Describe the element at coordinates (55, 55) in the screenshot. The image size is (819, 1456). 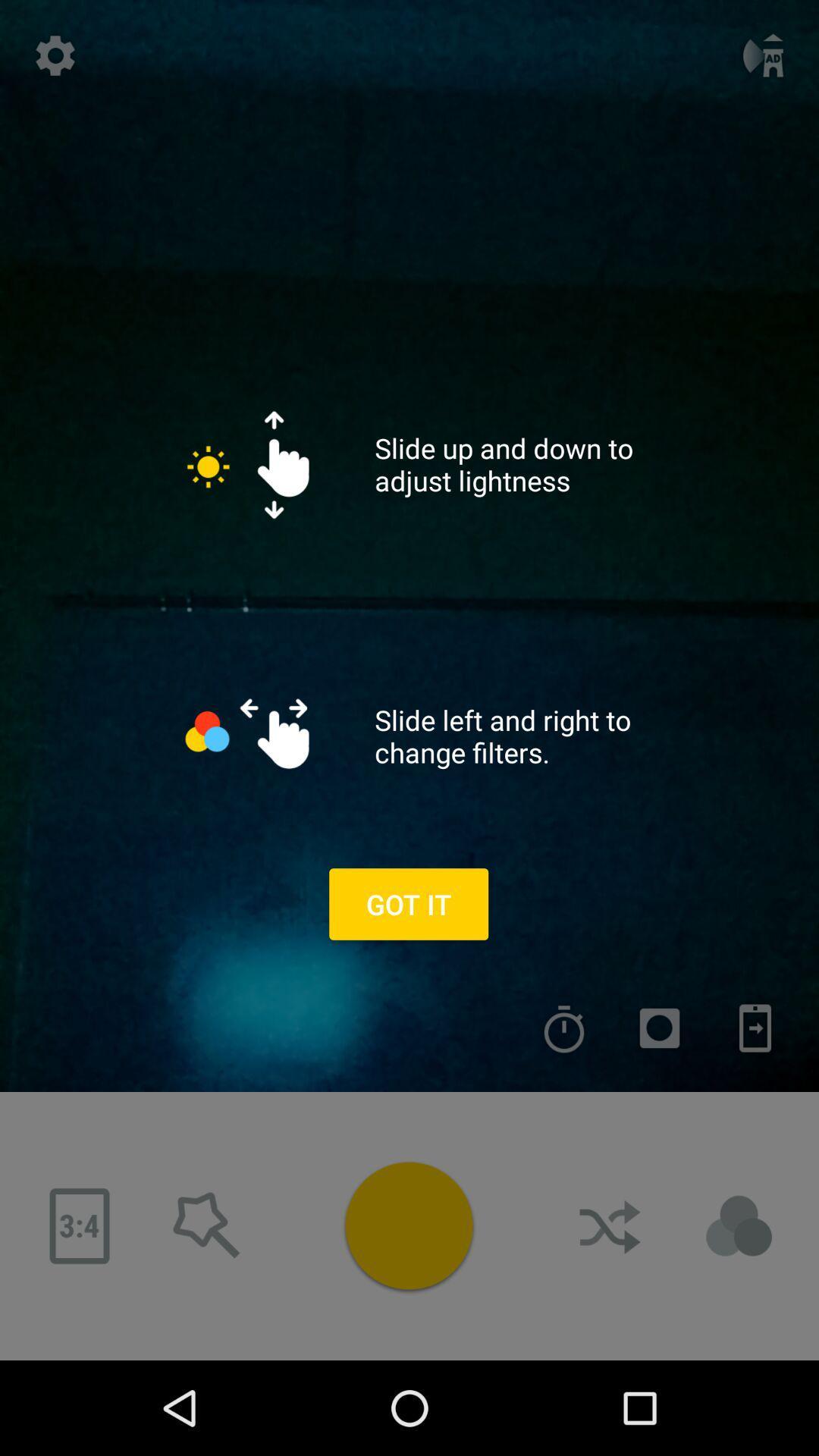
I see `setting button` at that location.